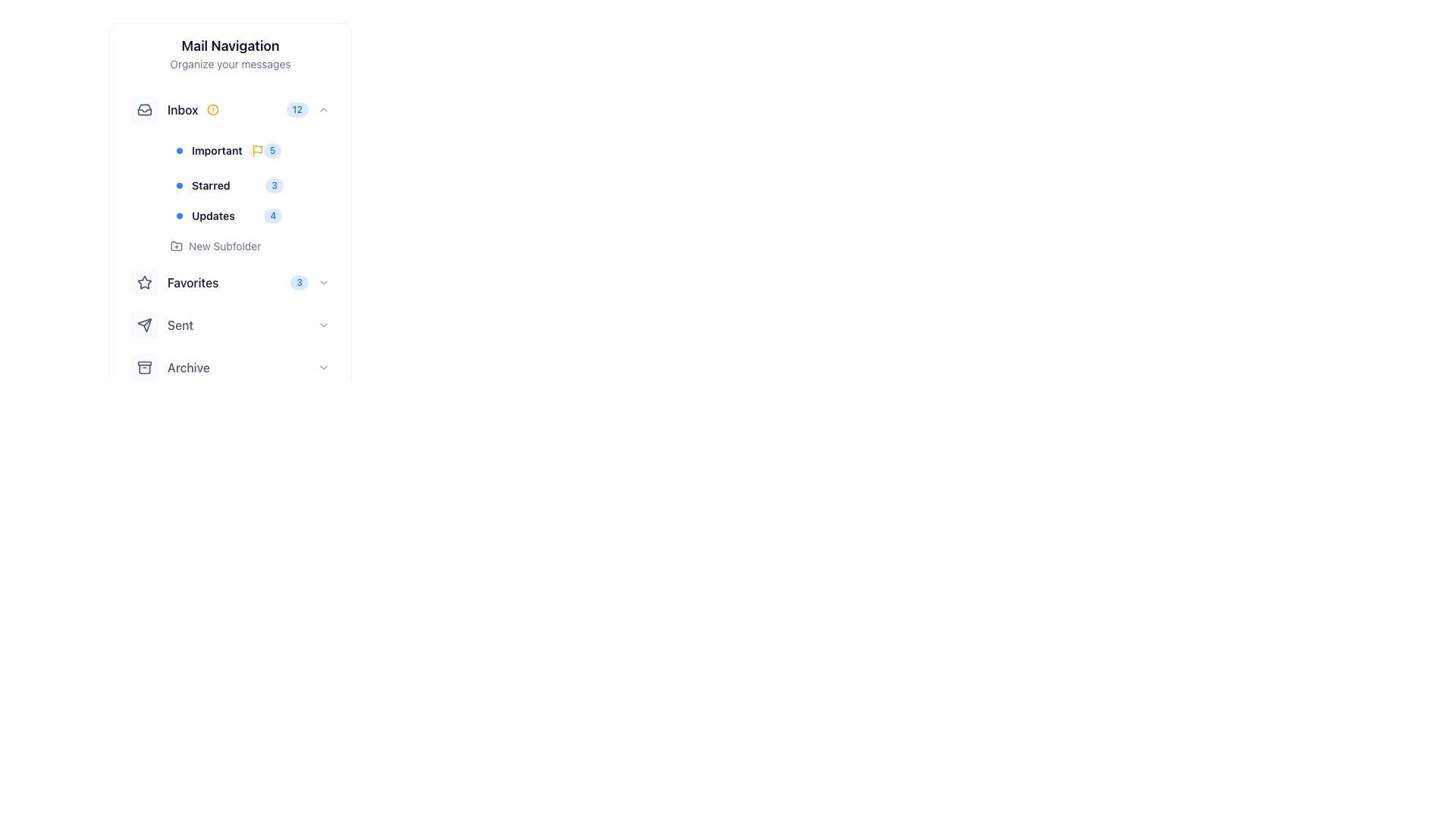  I want to click on the 'Sent' clickable navigation item in the Favorites section, so click(229, 324).